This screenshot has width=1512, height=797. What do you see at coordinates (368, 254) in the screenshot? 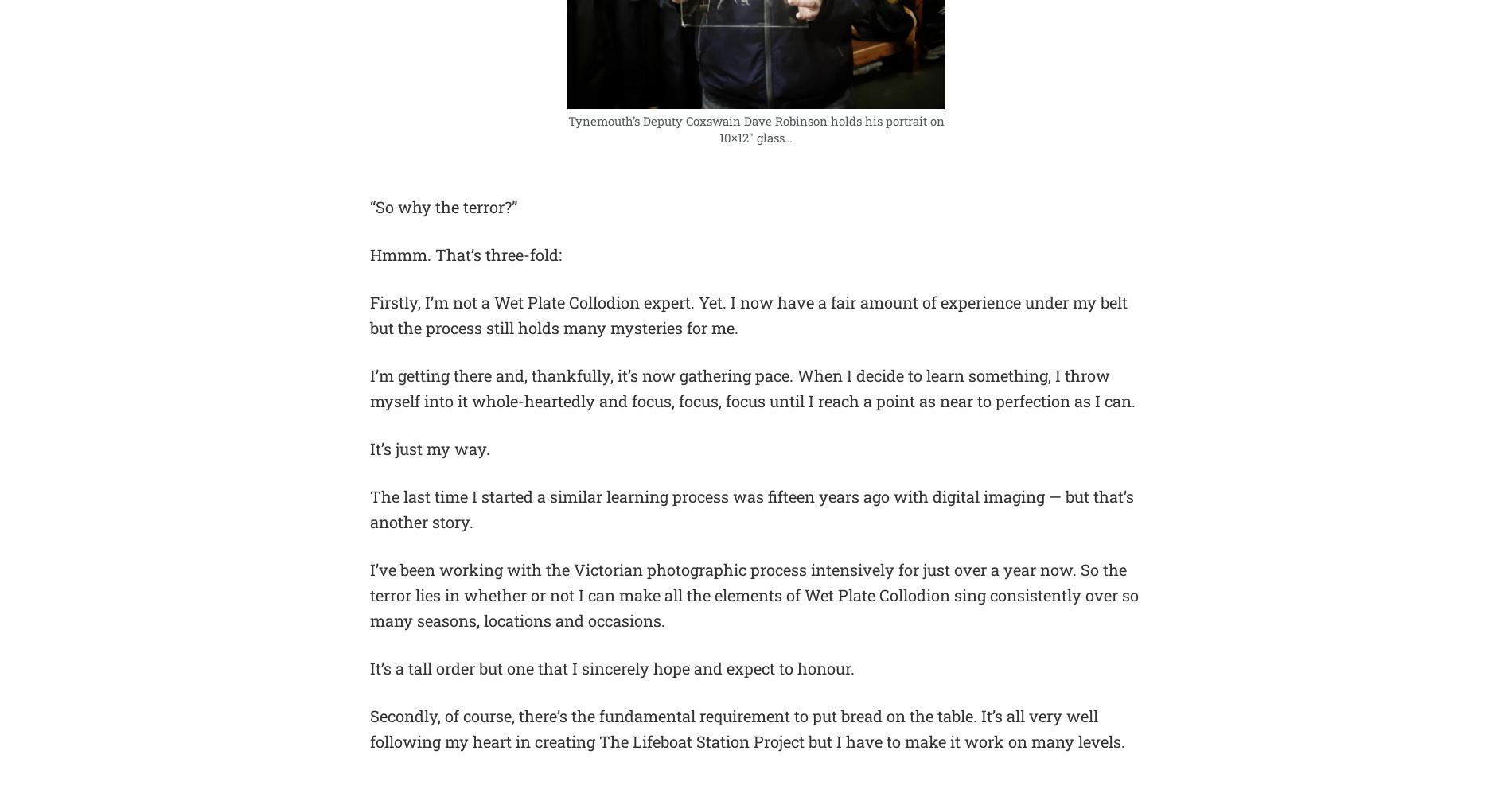
I see `'Hmmm. That’s three-fold:'` at bounding box center [368, 254].